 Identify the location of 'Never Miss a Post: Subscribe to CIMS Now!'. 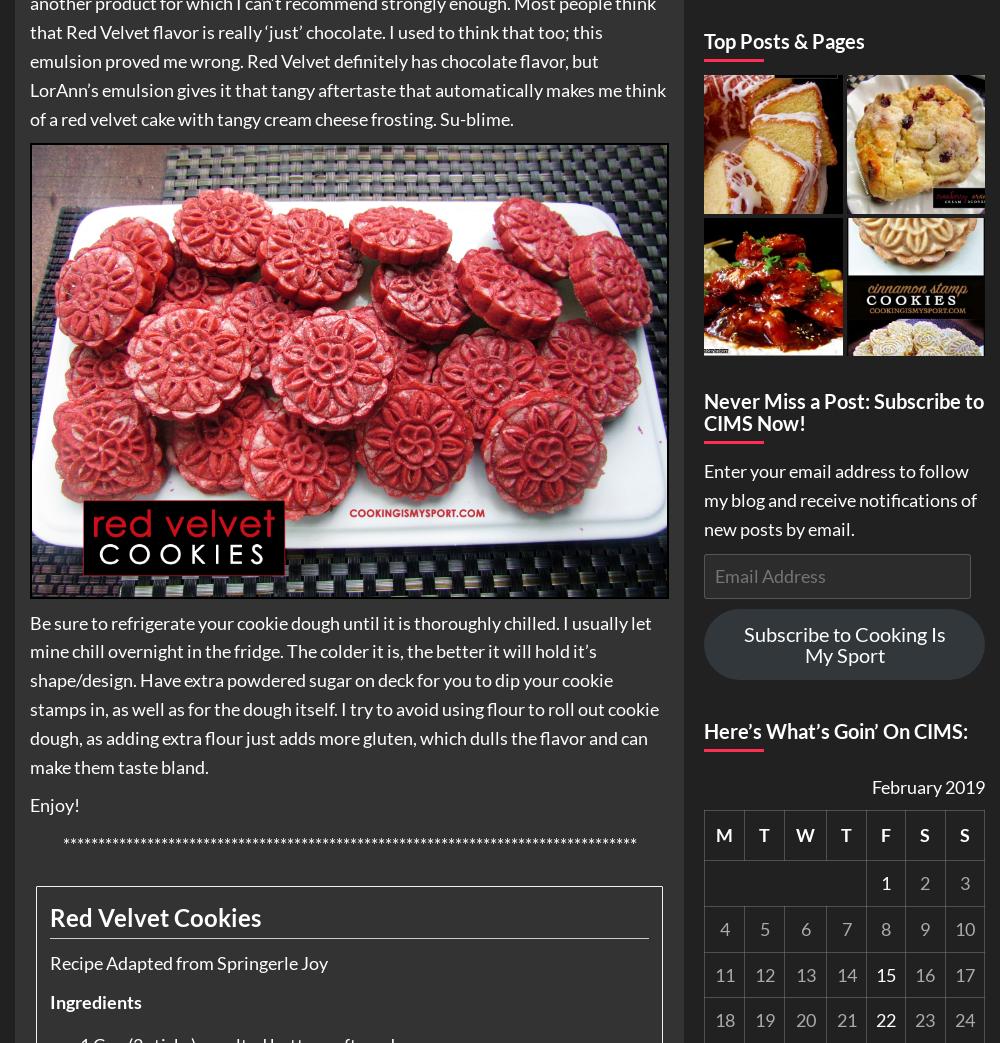
(703, 411).